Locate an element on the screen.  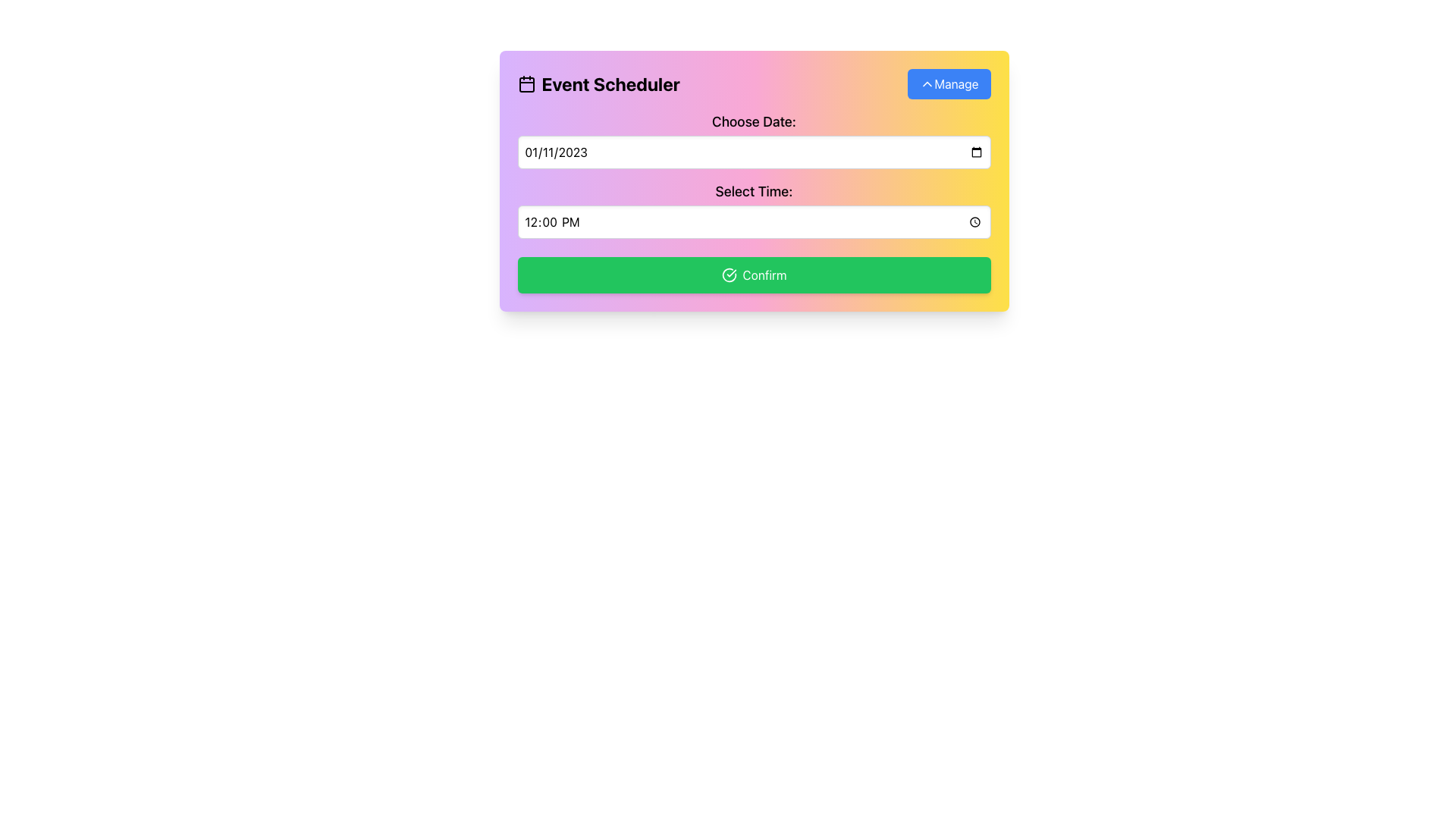
the confirmation button which has a decorative SVG icon to the left of the text 'Confirm', enhancing its visual appeal is located at coordinates (729, 275).